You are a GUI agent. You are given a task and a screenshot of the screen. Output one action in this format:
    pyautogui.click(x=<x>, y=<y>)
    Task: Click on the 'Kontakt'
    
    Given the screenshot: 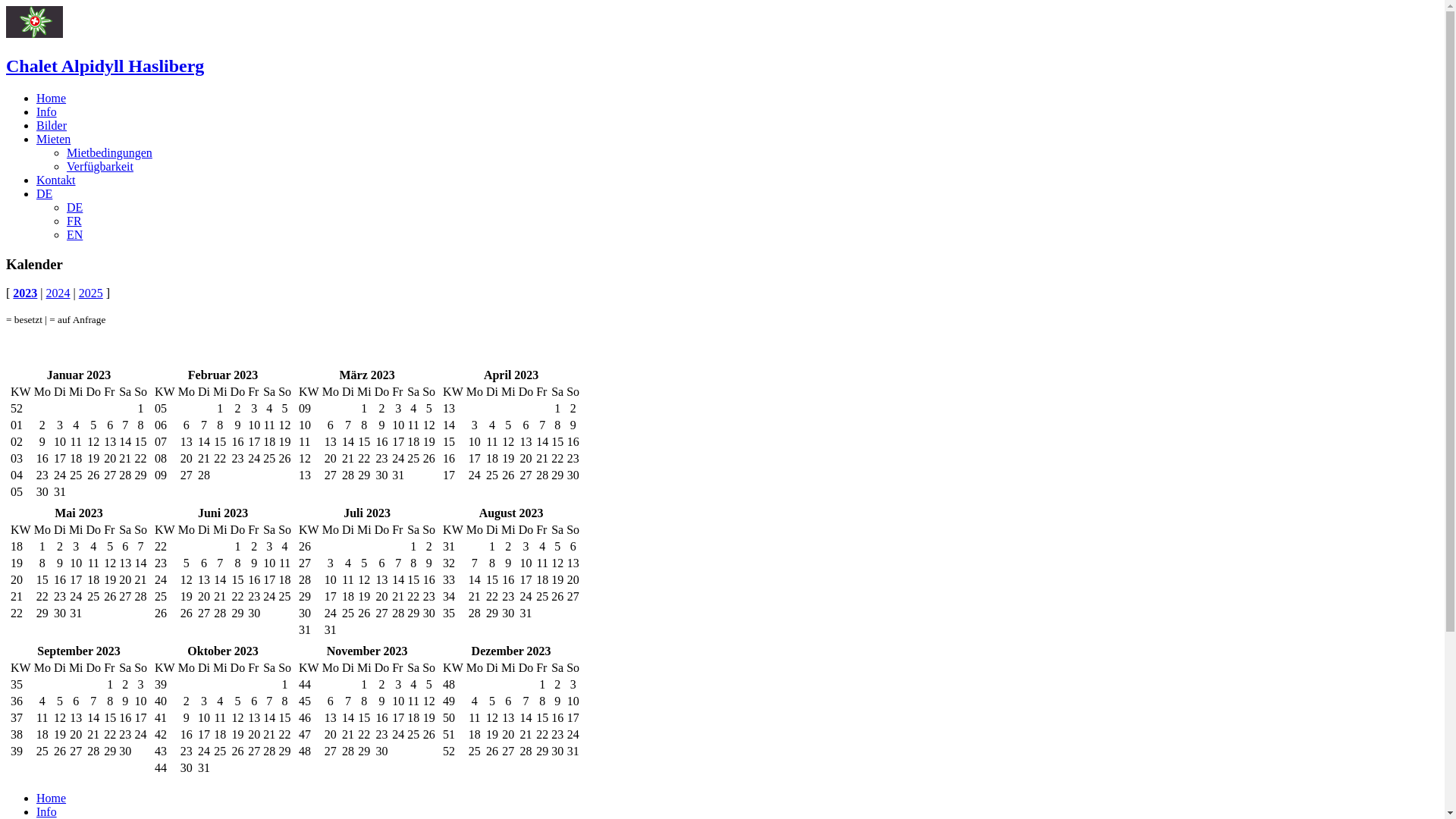 What is the action you would take?
    pyautogui.click(x=55, y=179)
    